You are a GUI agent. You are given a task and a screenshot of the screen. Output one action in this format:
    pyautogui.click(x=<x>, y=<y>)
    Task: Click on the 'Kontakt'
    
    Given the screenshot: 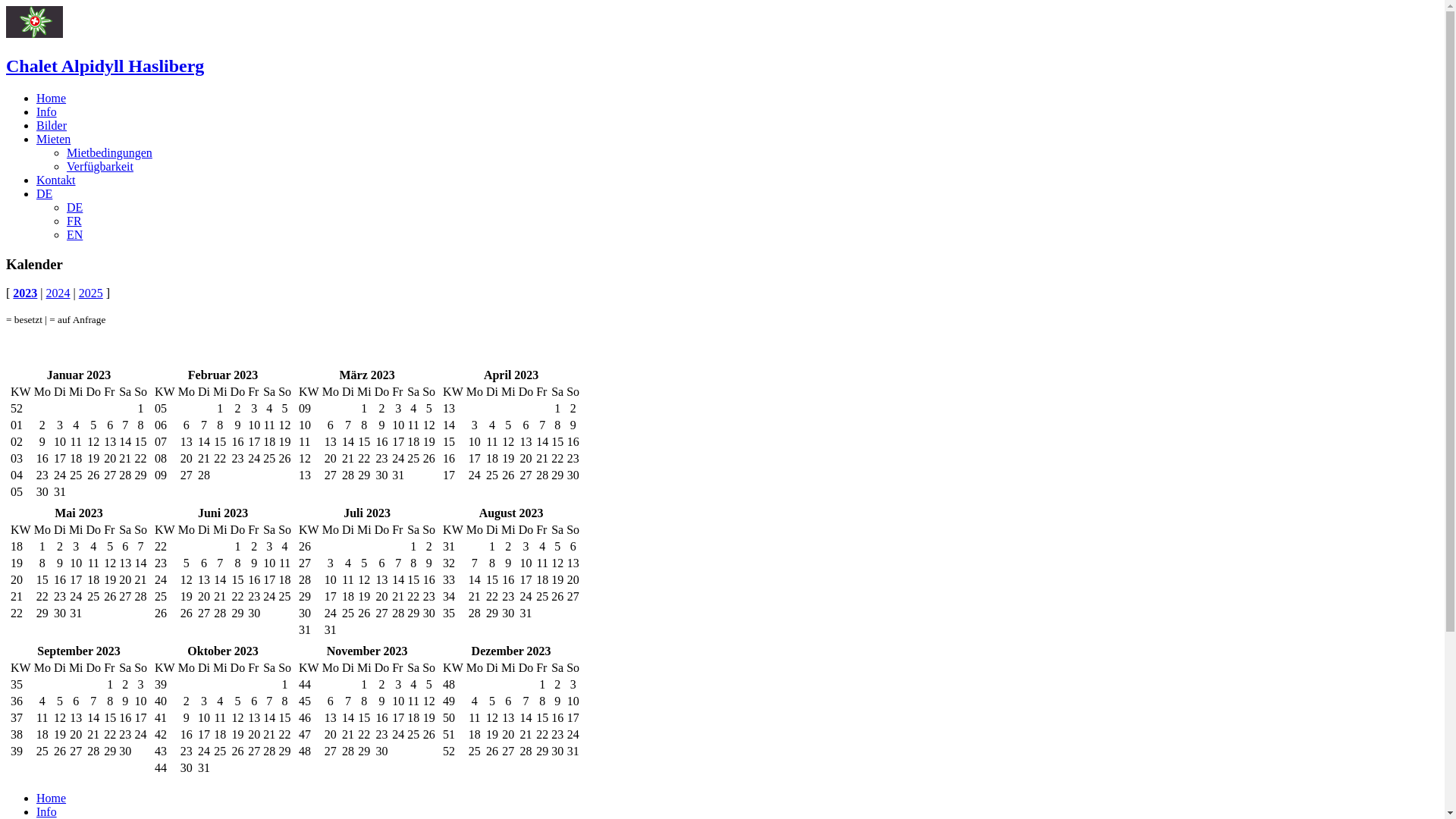 What is the action you would take?
    pyautogui.click(x=55, y=179)
    